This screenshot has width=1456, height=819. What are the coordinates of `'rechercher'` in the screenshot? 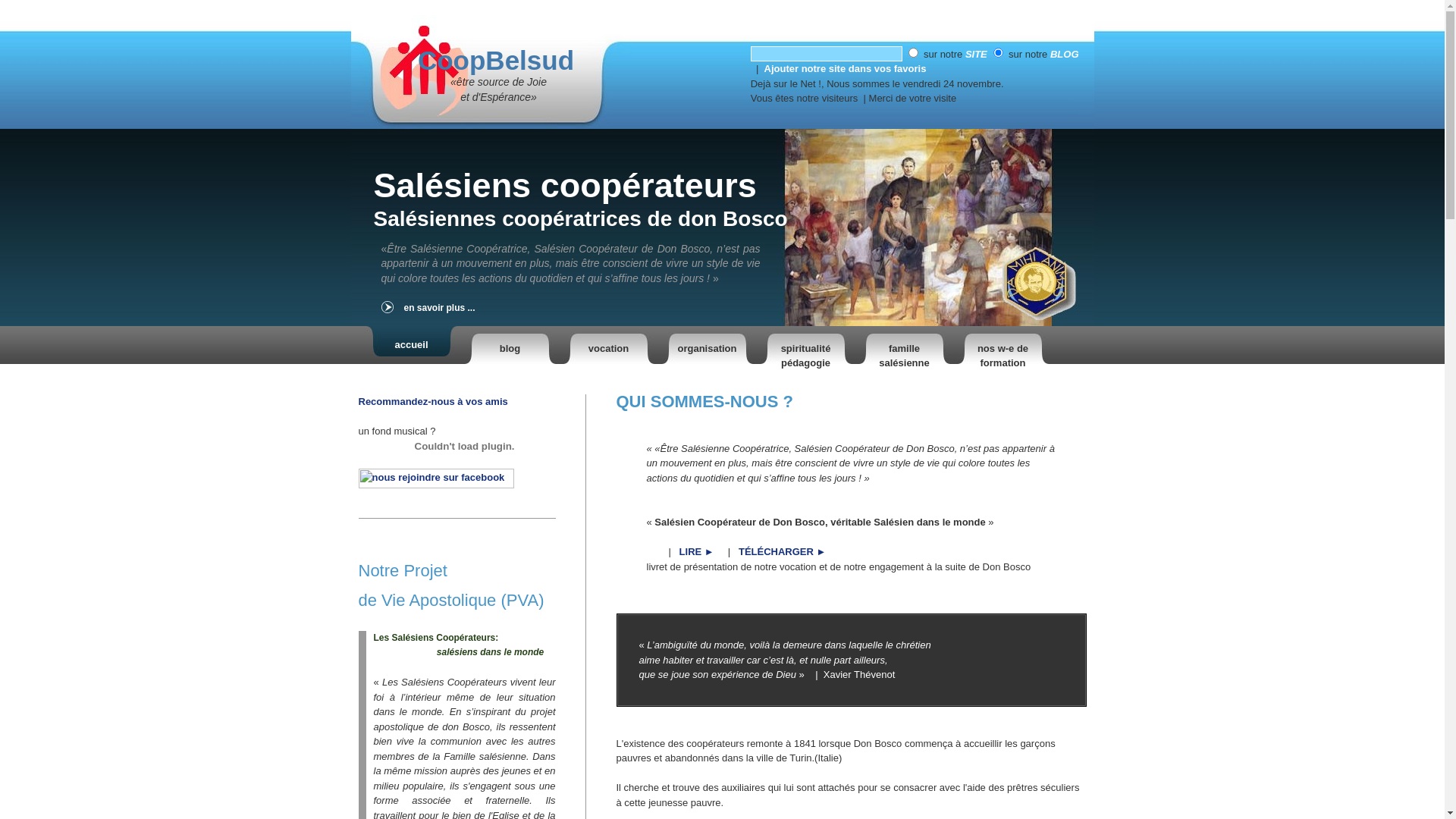 It's located at (825, 52).